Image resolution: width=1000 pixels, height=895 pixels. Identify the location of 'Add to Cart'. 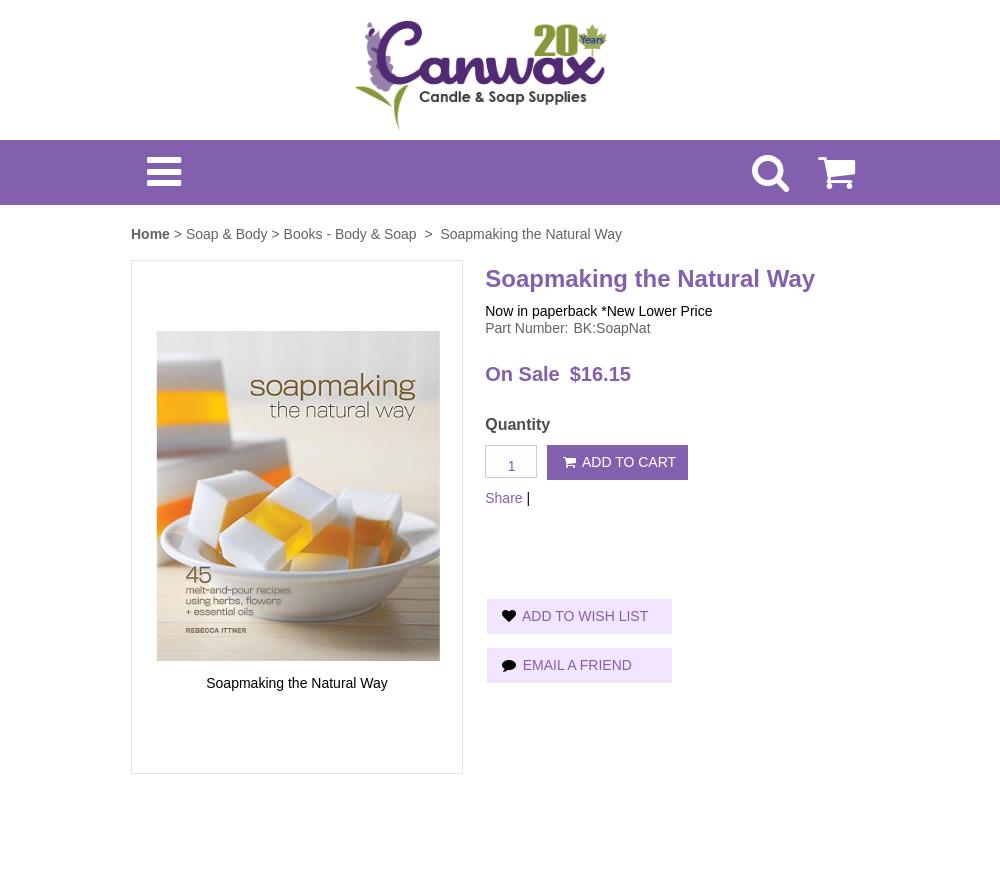
(627, 460).